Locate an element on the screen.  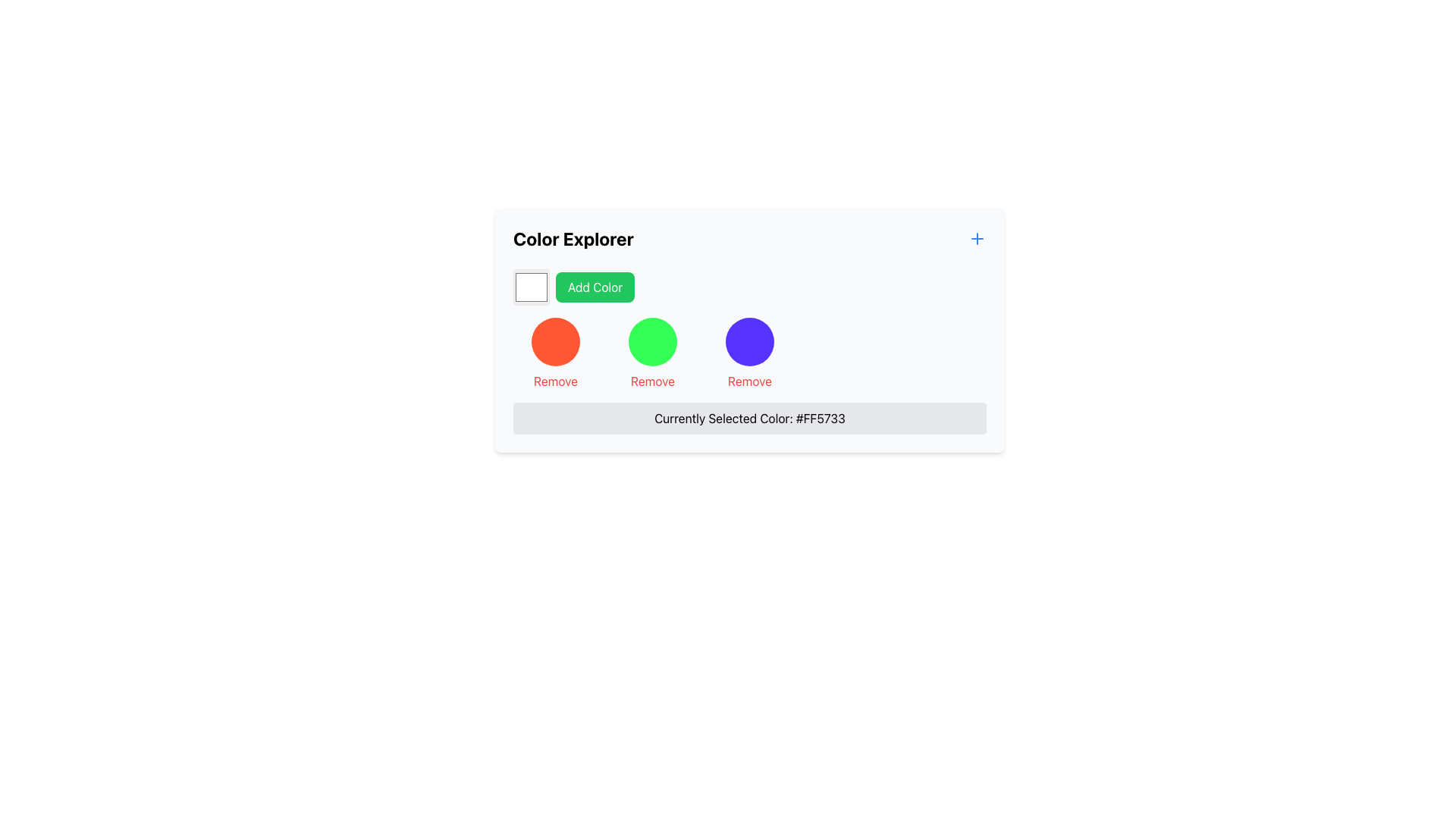
the third circular color representation (purple) in the 'Color Explorer' section, which is located to the right of the red and green circles is located at coordinates (749, 342).